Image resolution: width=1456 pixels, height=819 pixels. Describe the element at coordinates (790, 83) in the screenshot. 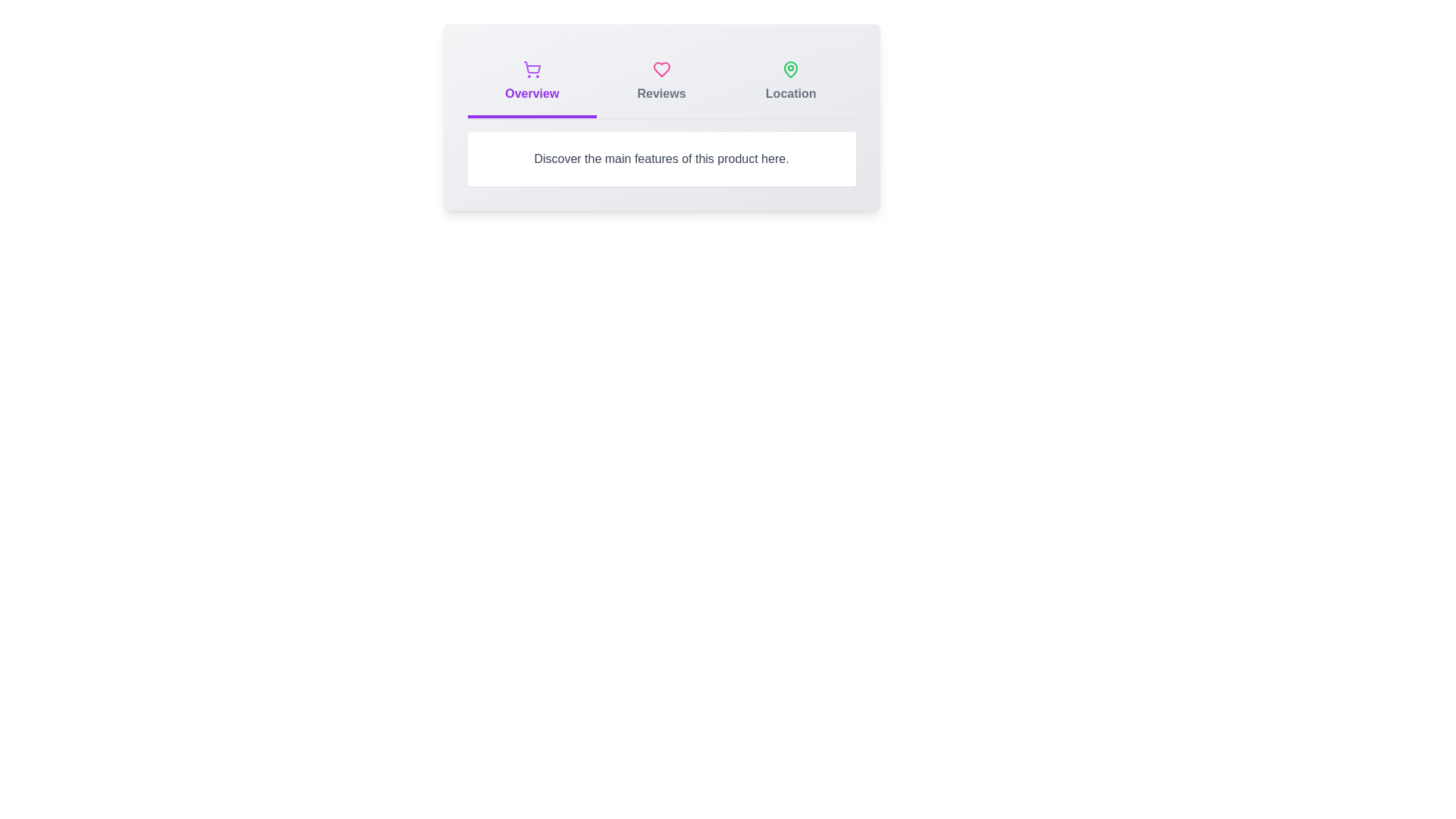

I see `the tab labeled Location to switch to the corresponding tab` at that location.